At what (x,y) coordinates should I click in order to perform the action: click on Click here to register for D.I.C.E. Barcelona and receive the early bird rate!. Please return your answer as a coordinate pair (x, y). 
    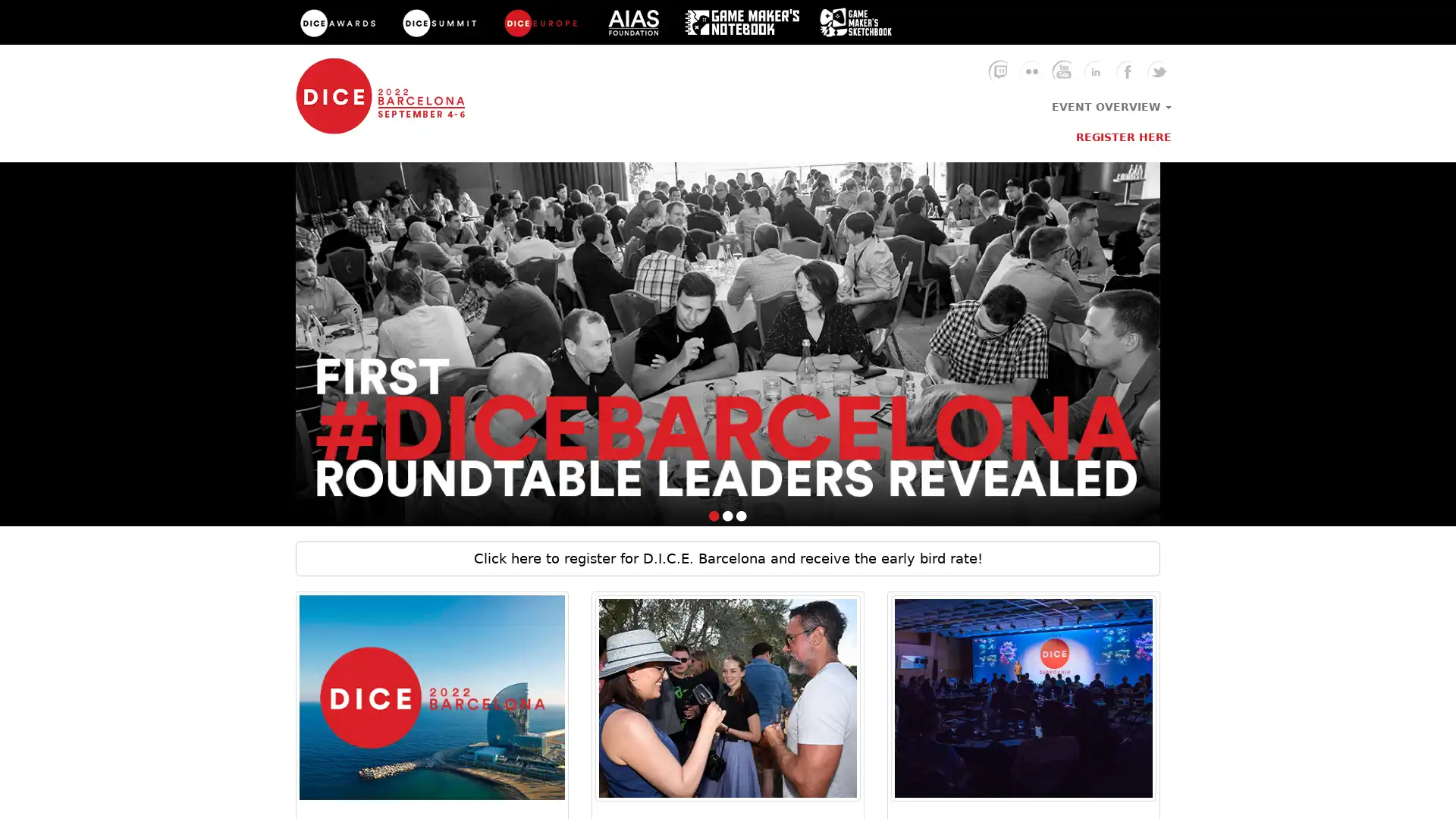
    Looking at the image, I should click on (728, 558).